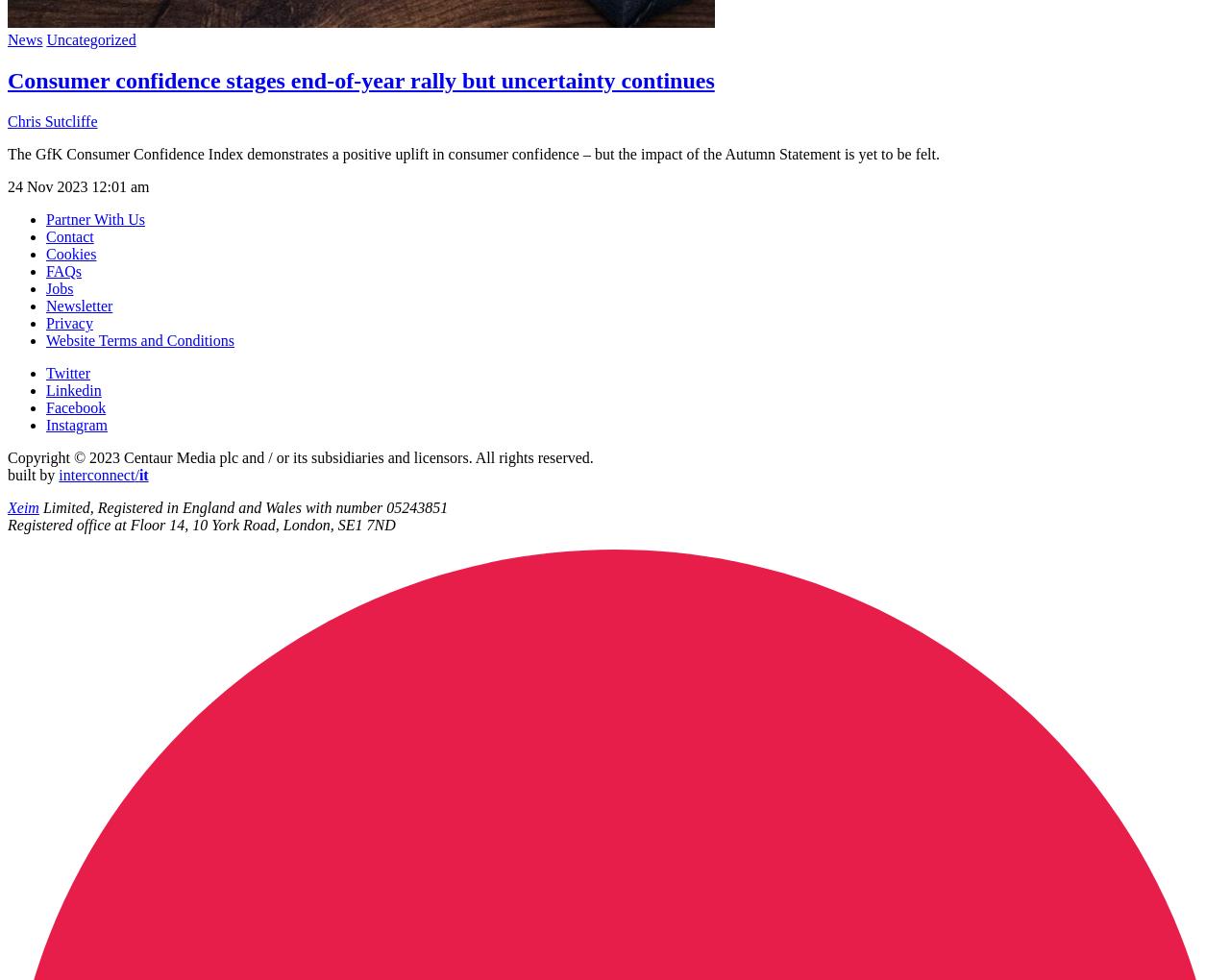  Describe the element at coordinates (59, 287) in the screenshot. I see `'Jobs'` at that location.